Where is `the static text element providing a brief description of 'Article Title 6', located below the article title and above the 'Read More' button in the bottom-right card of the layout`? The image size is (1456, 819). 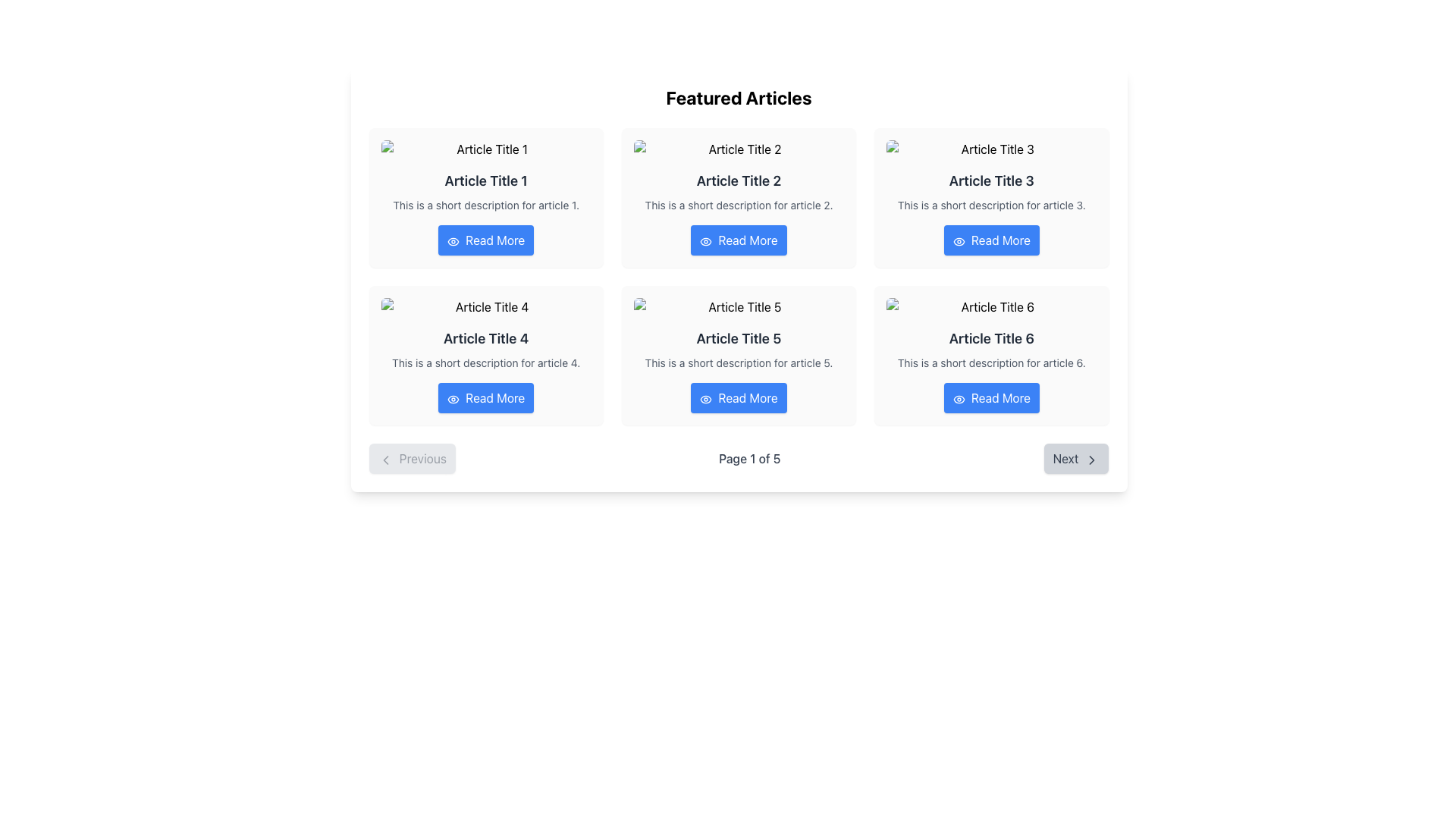
the static text element providing a brief description of 'Article Title 6', located below the article title and above the 'Read More' button in the bottom-right card of the layout is located at coordinates (991, 362).